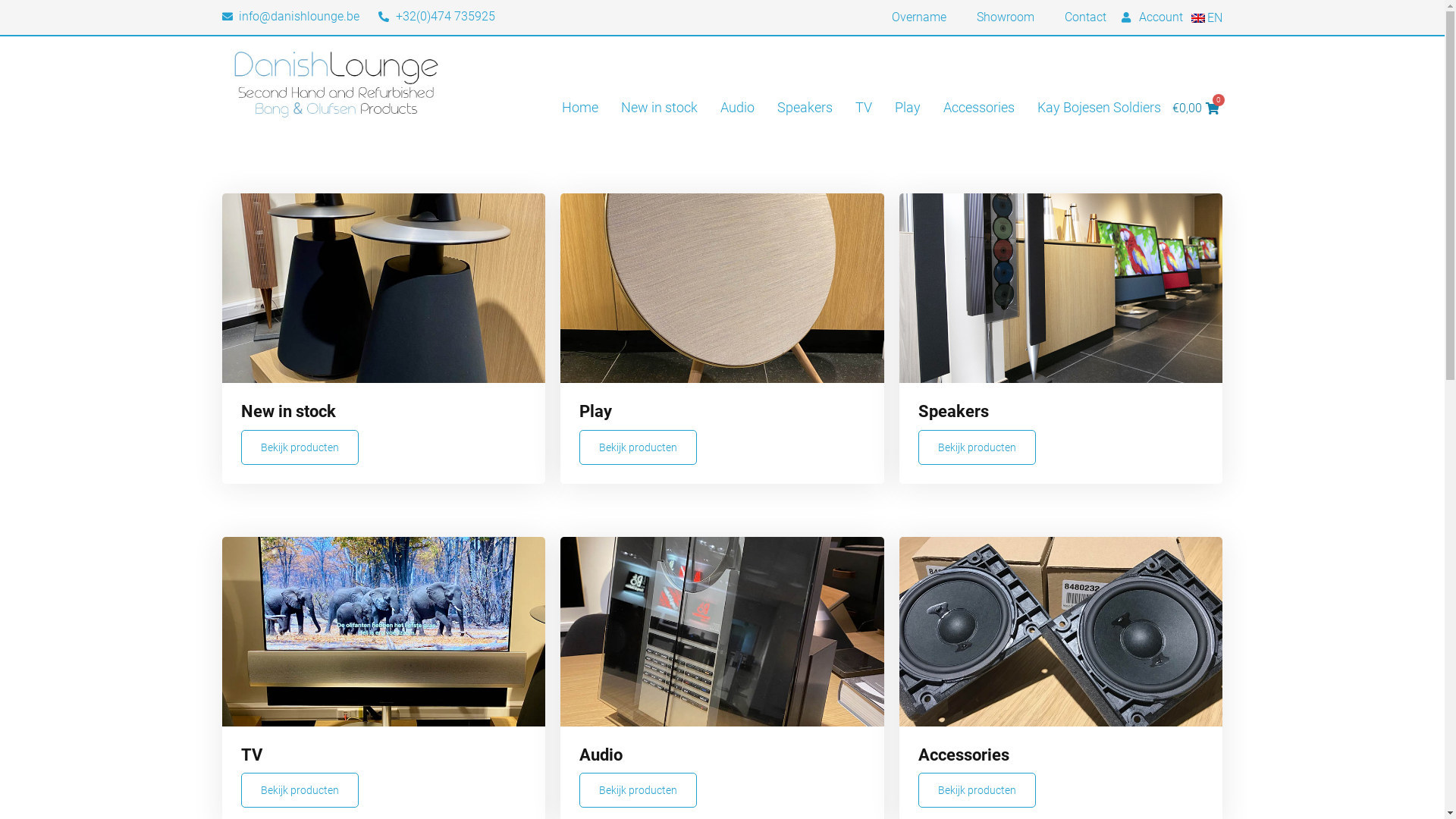 Image resolution: width=1456 pixels, height=819 pixels. Describe the element at coordinates (737, 107) in the screenshot. I see `'Audio'` at that location.